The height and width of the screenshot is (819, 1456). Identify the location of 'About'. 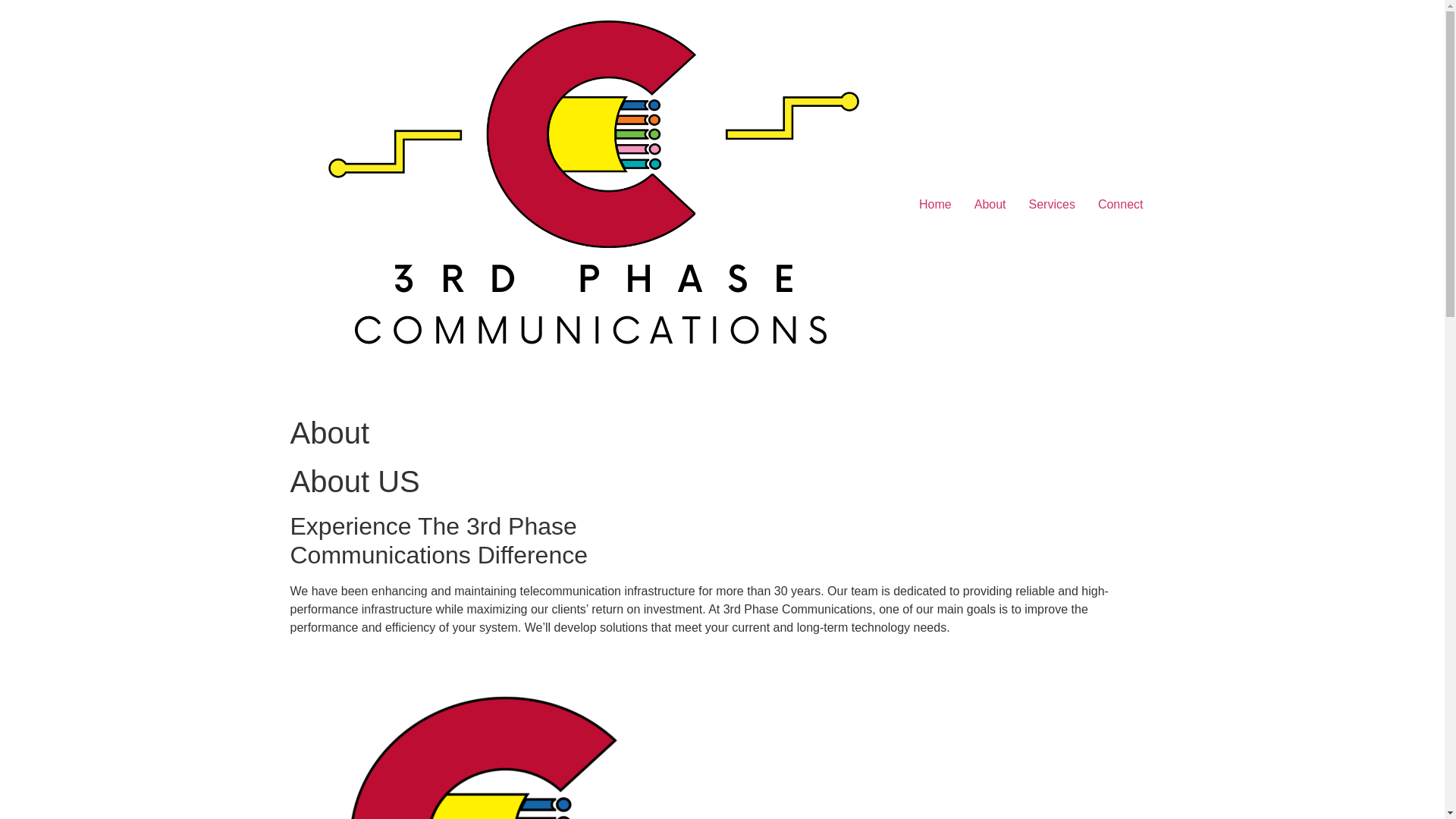
(990, 205).